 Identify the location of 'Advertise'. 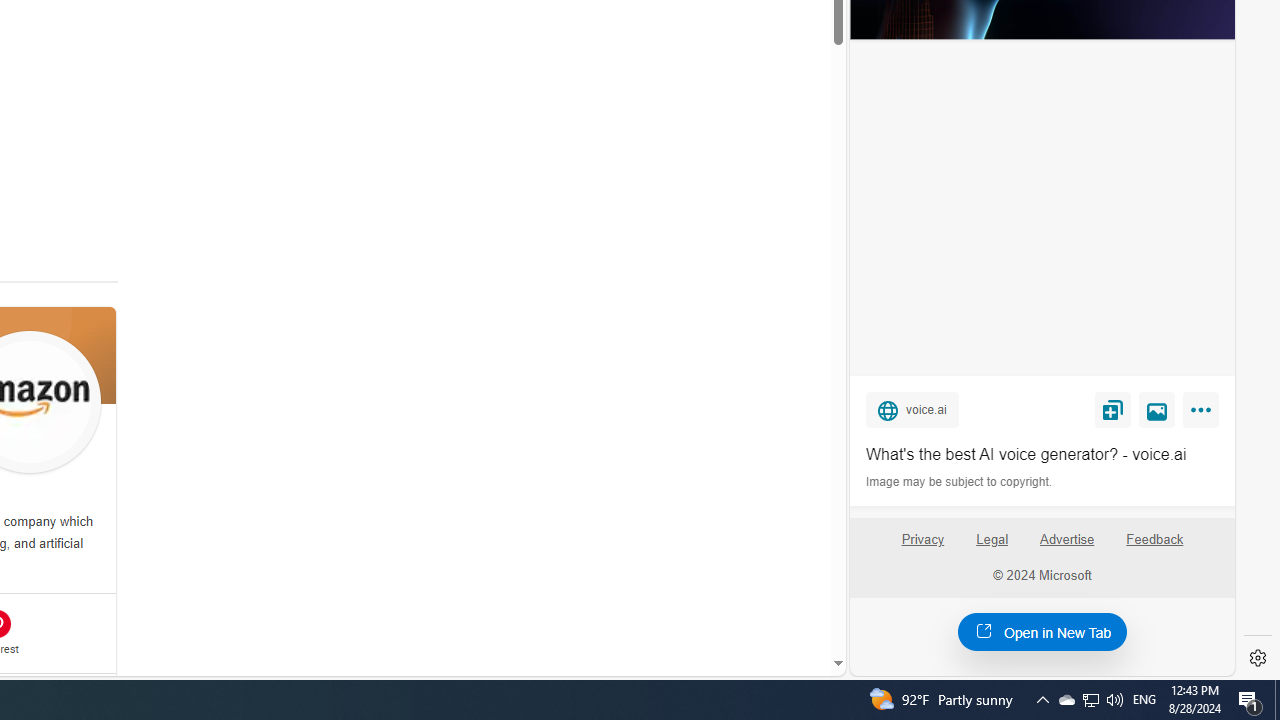
(1065, 538).